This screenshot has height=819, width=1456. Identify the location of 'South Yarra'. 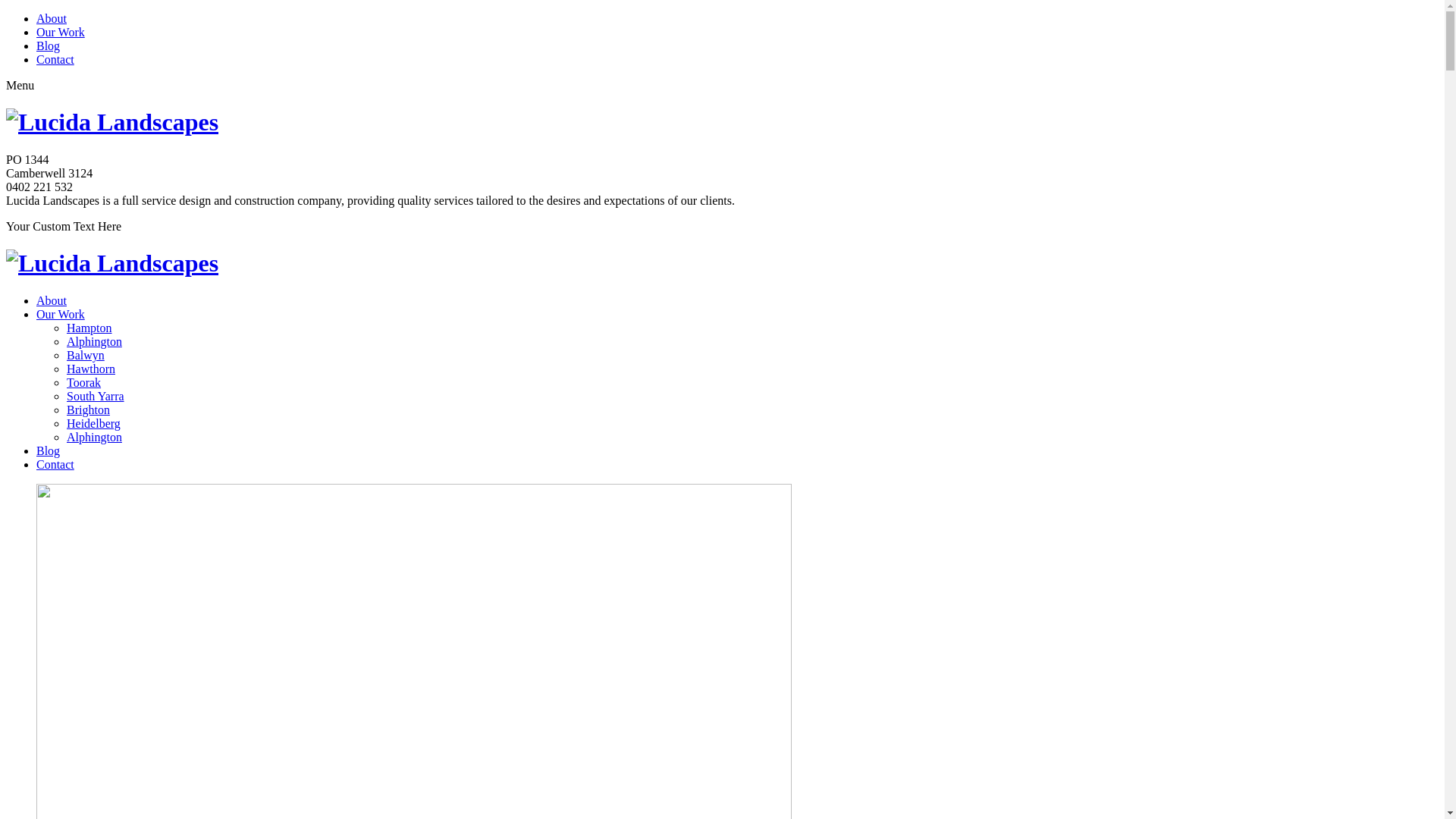
(94, 395).